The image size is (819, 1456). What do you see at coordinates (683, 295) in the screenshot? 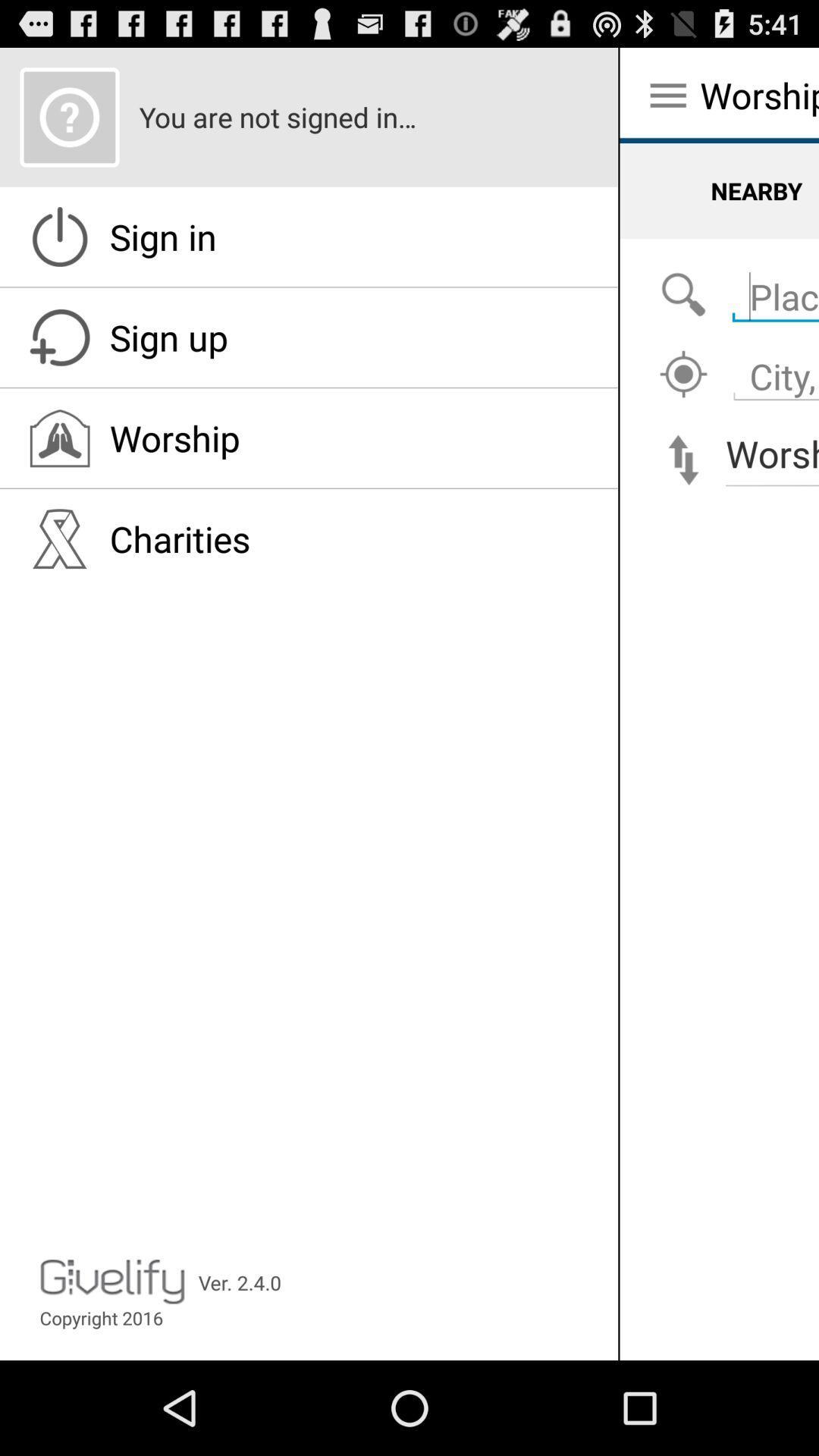
I see `the icon below the nearby icon` at bounding box center [683, 295].